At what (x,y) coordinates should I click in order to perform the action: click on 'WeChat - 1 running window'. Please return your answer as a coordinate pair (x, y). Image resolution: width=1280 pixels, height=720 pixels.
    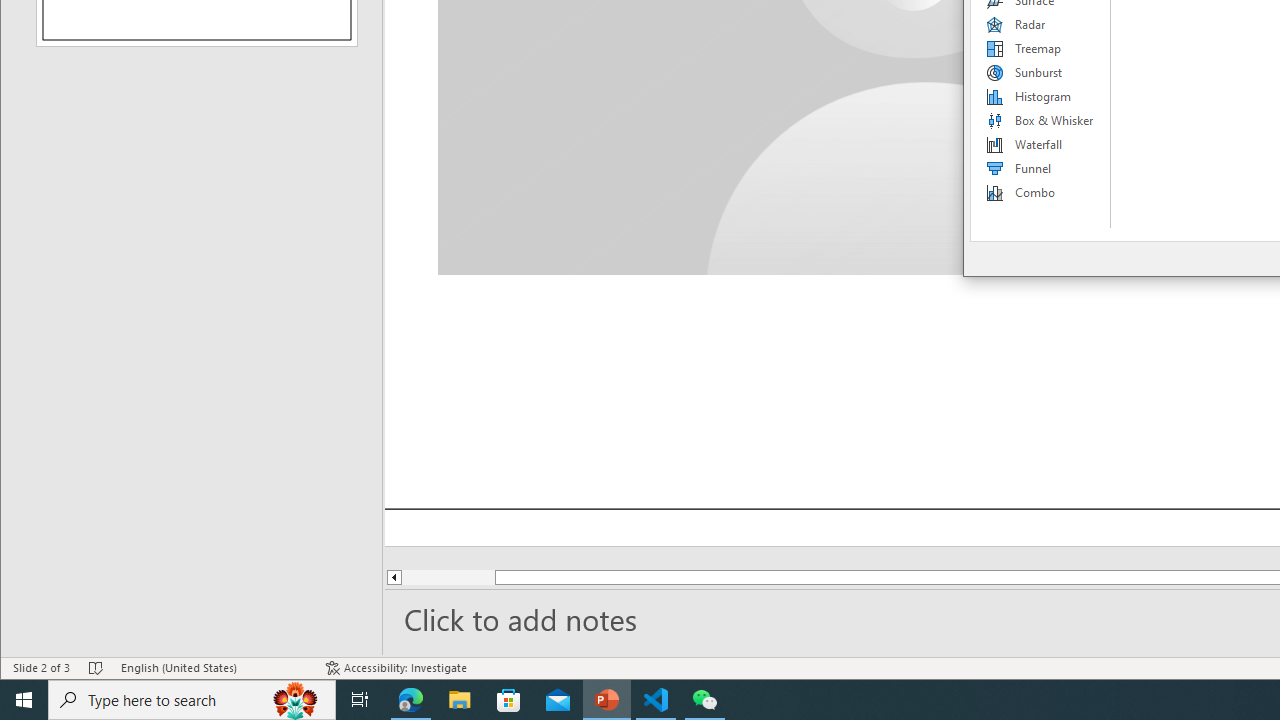
    Looking at the image, I should click on (705, 698).